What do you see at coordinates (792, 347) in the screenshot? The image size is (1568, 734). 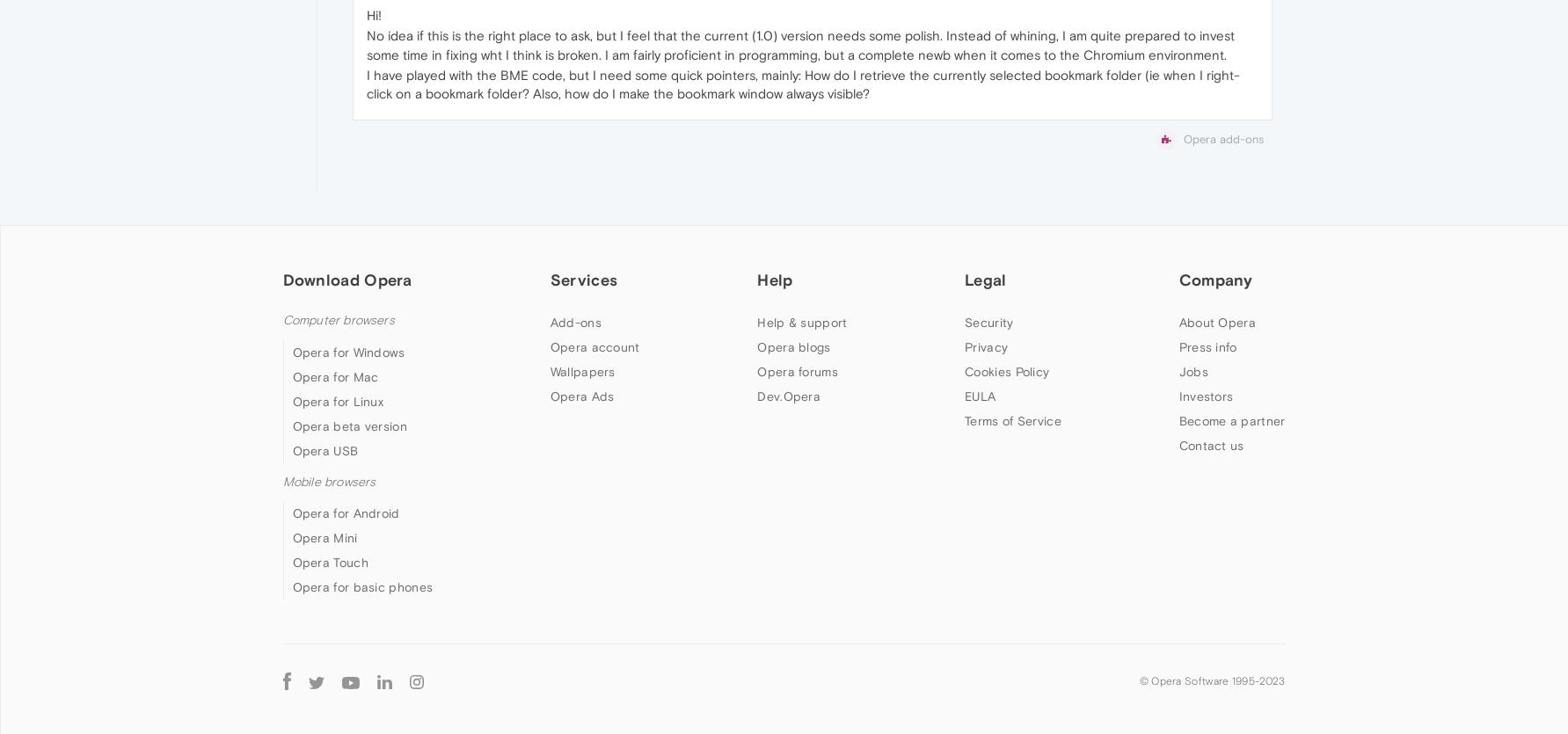 I see `'Opera blogs'` at bounding box center [792, 347].